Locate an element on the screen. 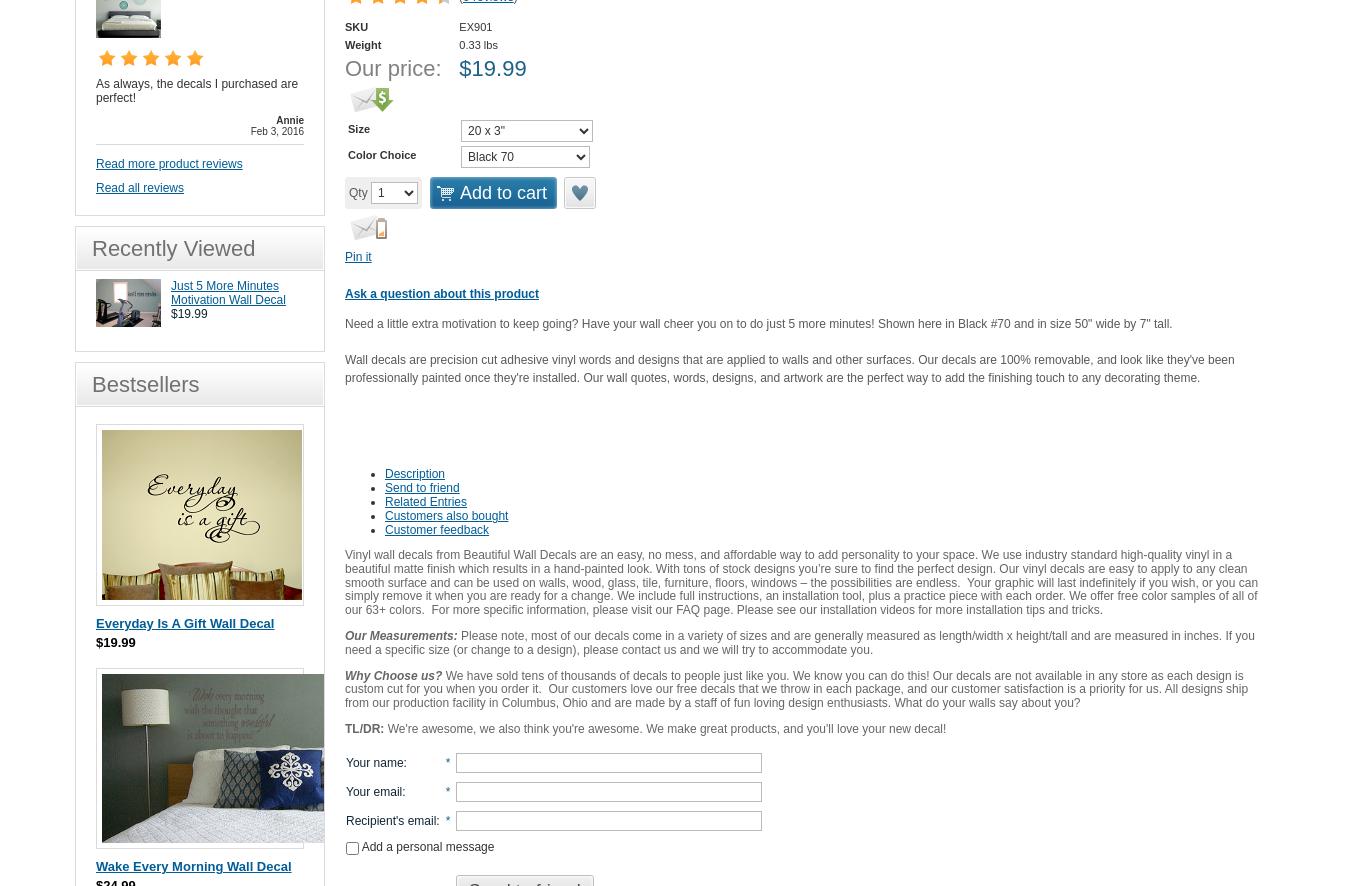 The image size is (1350, 886). 'Related Entries' is located at coordinates (385, 501).